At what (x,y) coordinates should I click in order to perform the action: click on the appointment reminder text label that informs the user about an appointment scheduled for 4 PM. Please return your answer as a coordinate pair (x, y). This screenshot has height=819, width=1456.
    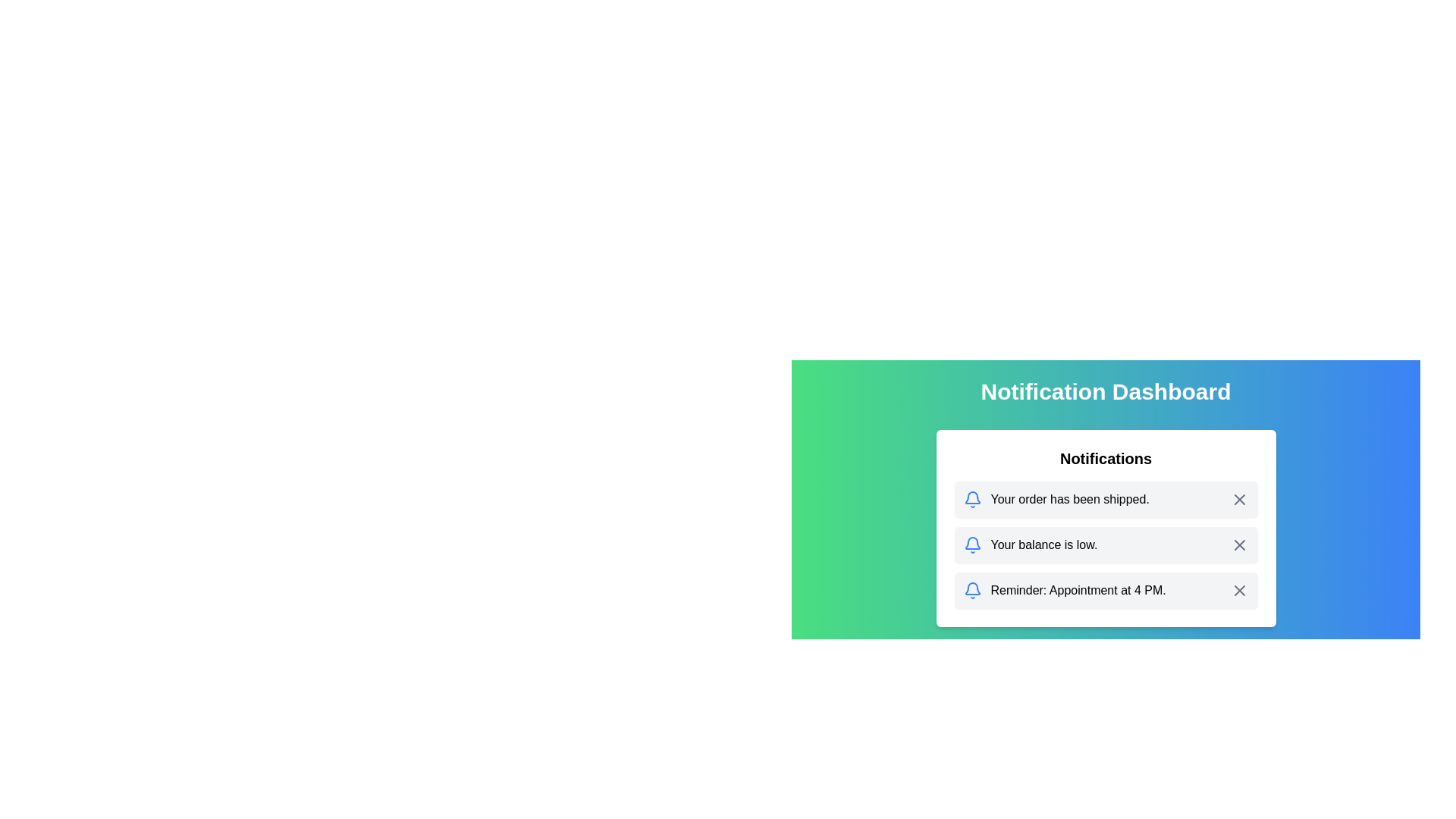
    Looking at the image, I should click on (1078, 590).